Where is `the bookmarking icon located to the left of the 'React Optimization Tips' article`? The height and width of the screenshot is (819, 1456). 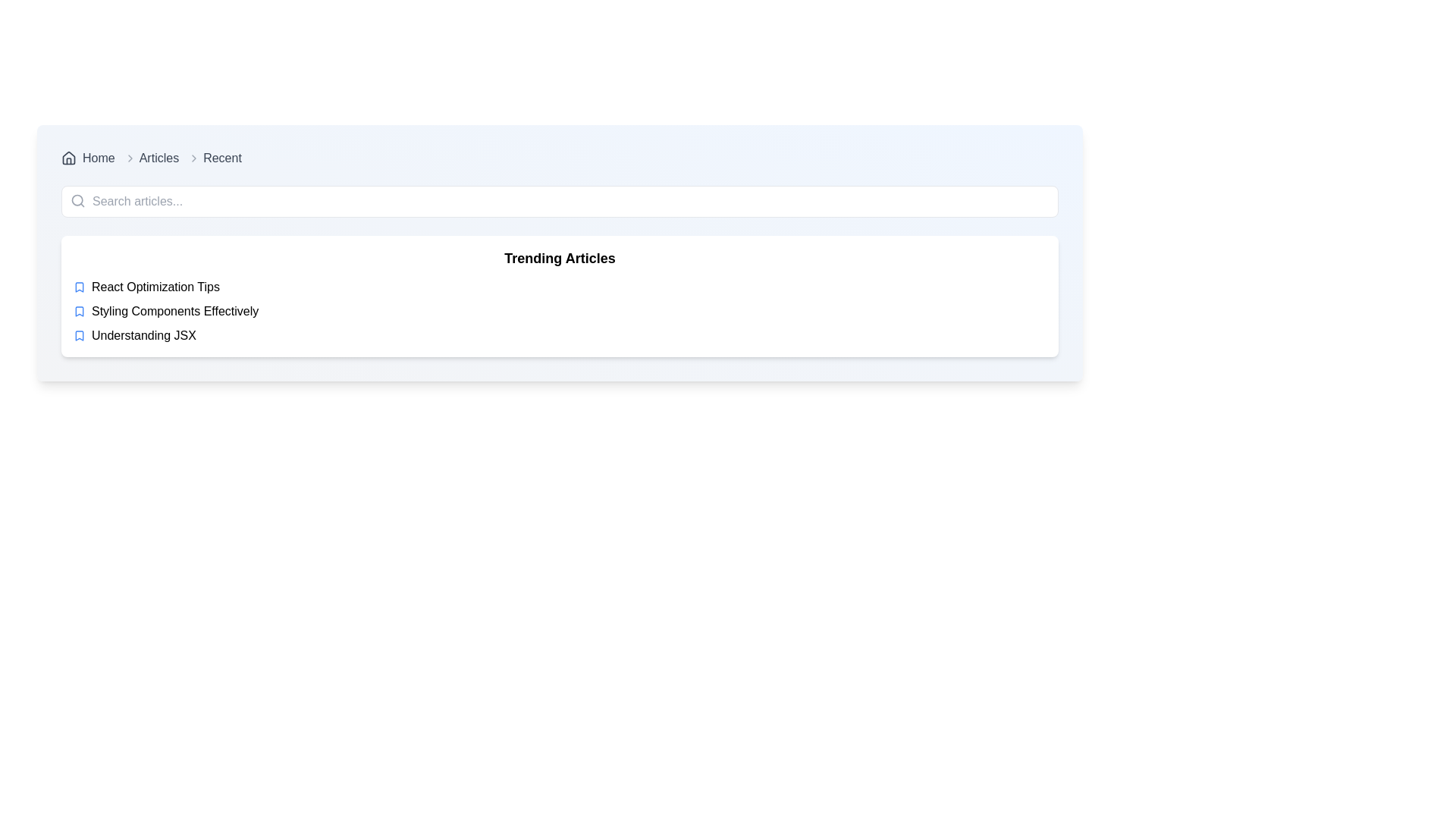
the bookmarking icon located to the left of the 'React Optimization Tips' article is located at coordinates (79, 287).